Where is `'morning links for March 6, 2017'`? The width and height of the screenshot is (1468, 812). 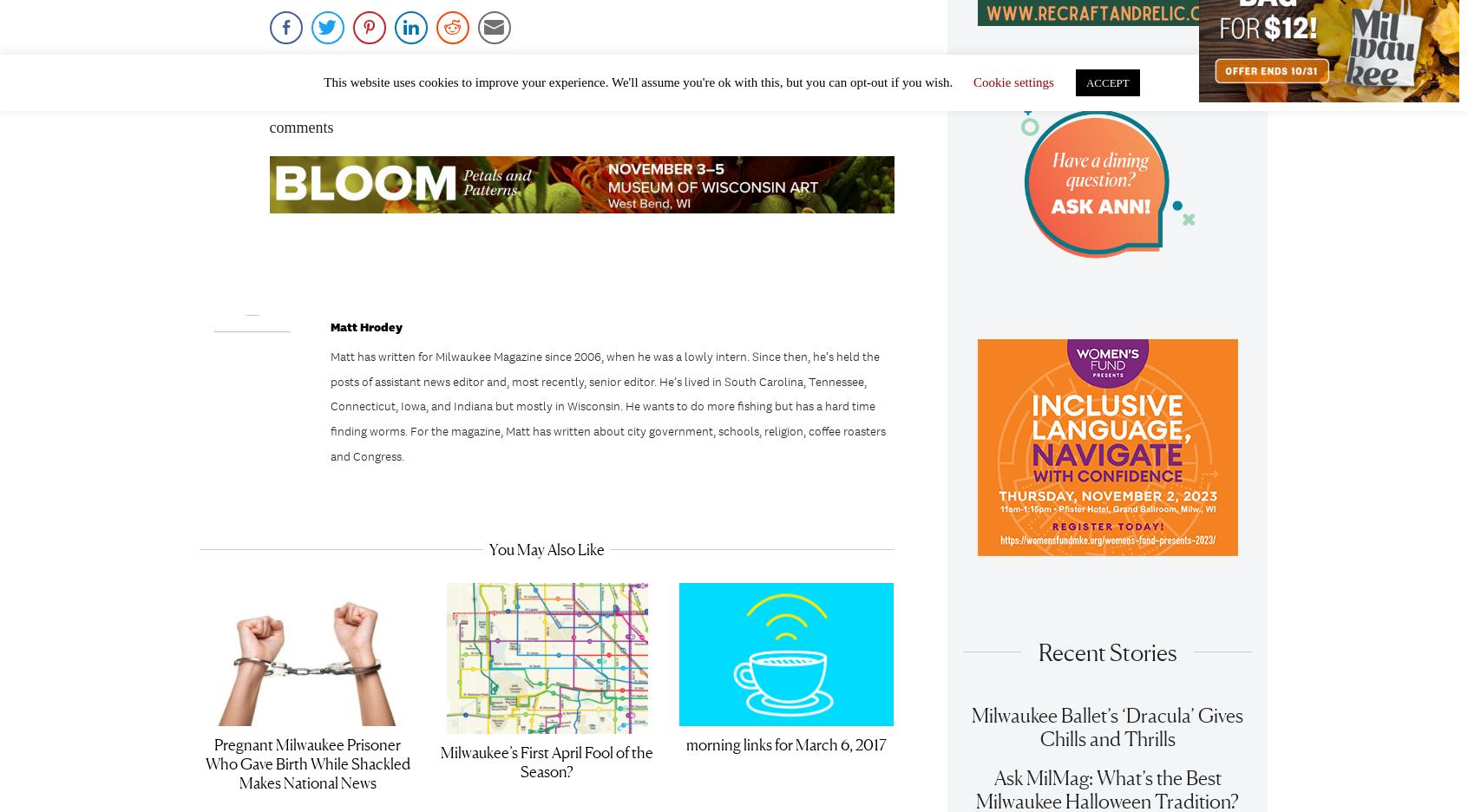
'morning links for March 6, 2017' is located at coordinates (785, 751).